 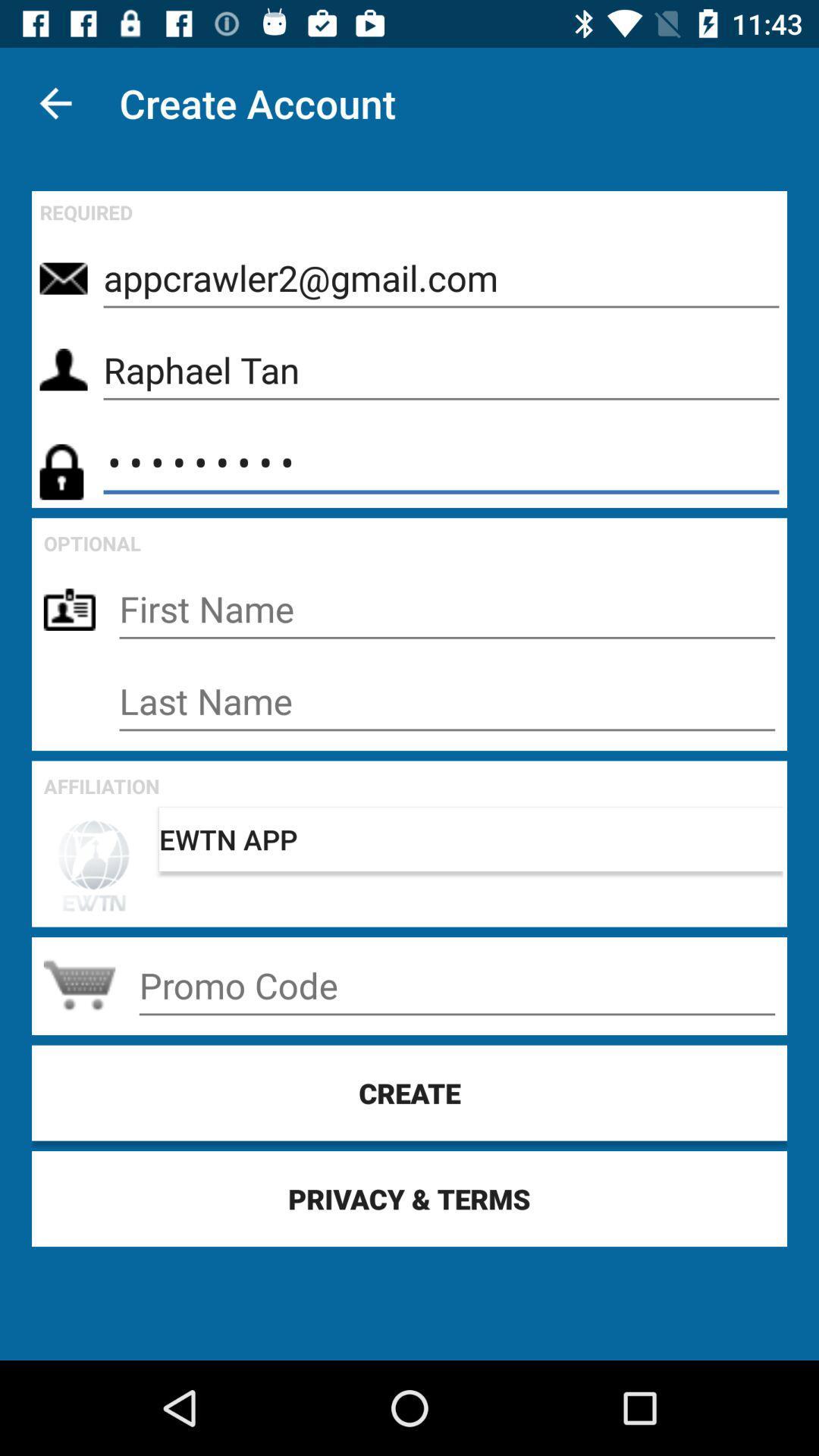 I want to click on the ewtn app item, so click(x=470, y=839).